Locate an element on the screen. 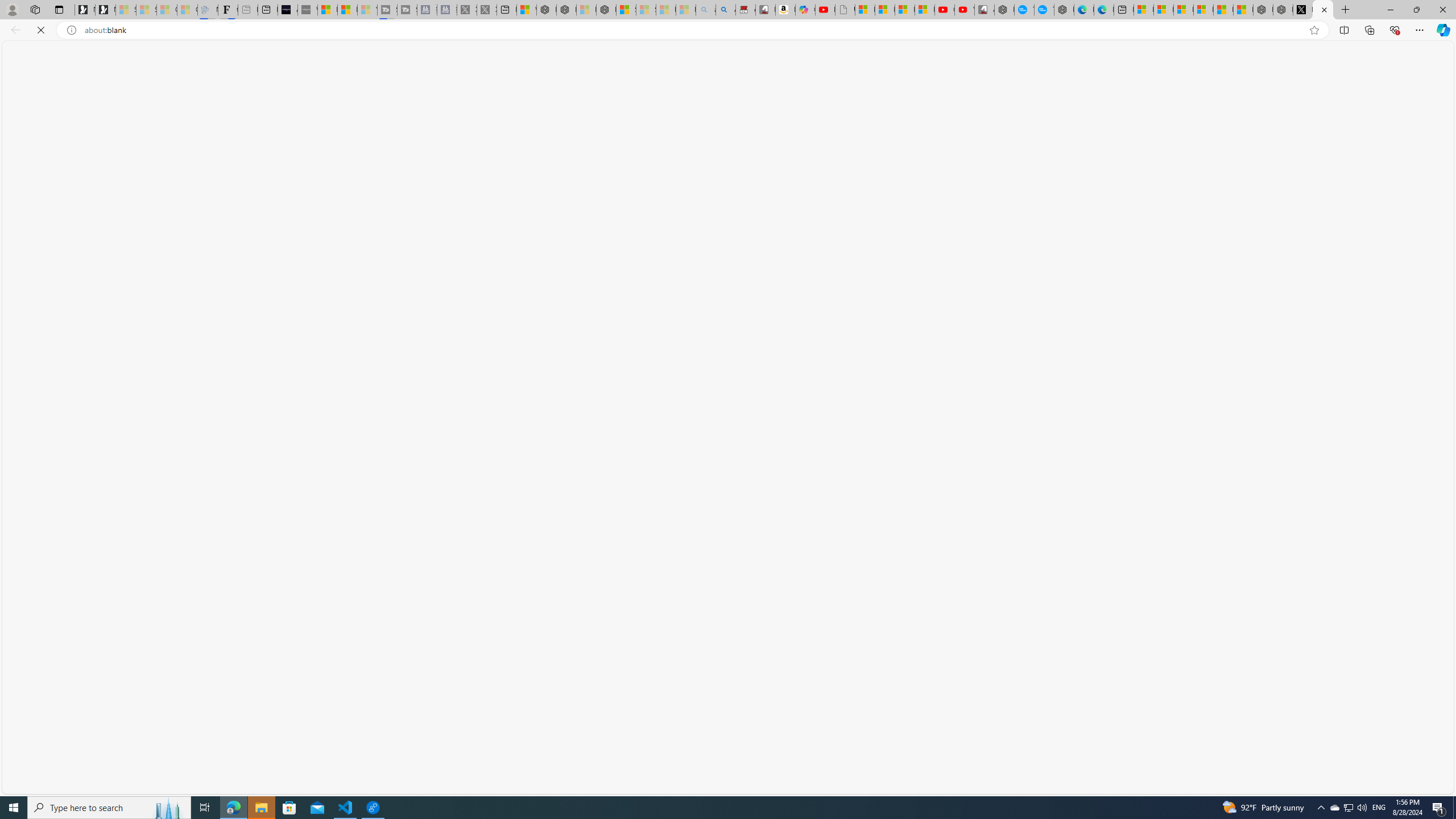 This screenshot has width=1456, height=819. 'The most popular Google ' is located at coordinates (1043, 9).